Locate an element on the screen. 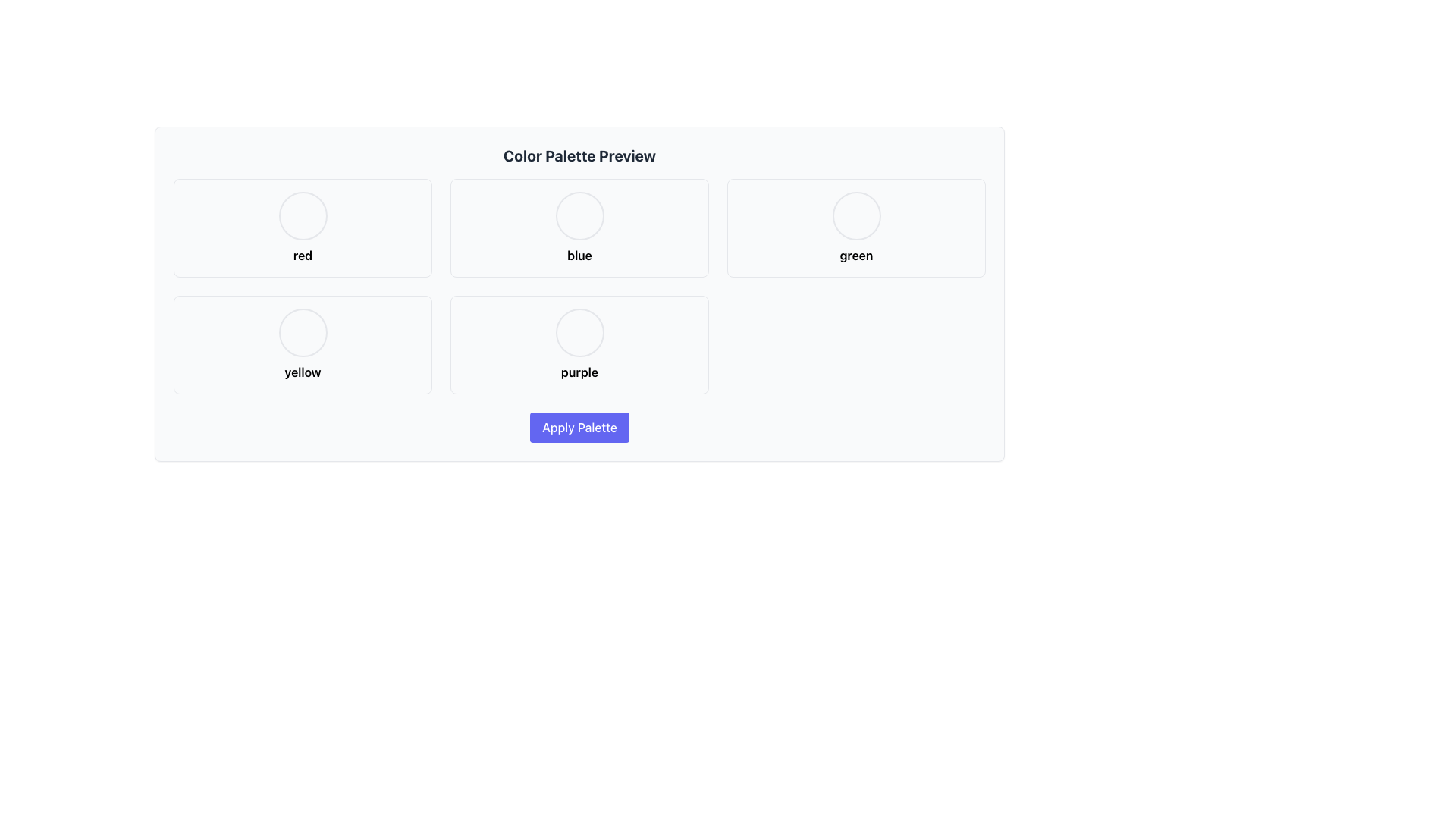  text from the text label that contains the word 'purple', which is styled with emphasis and located in the second row of the color palette grid under a circular shape is located at coordinates (579, 372).